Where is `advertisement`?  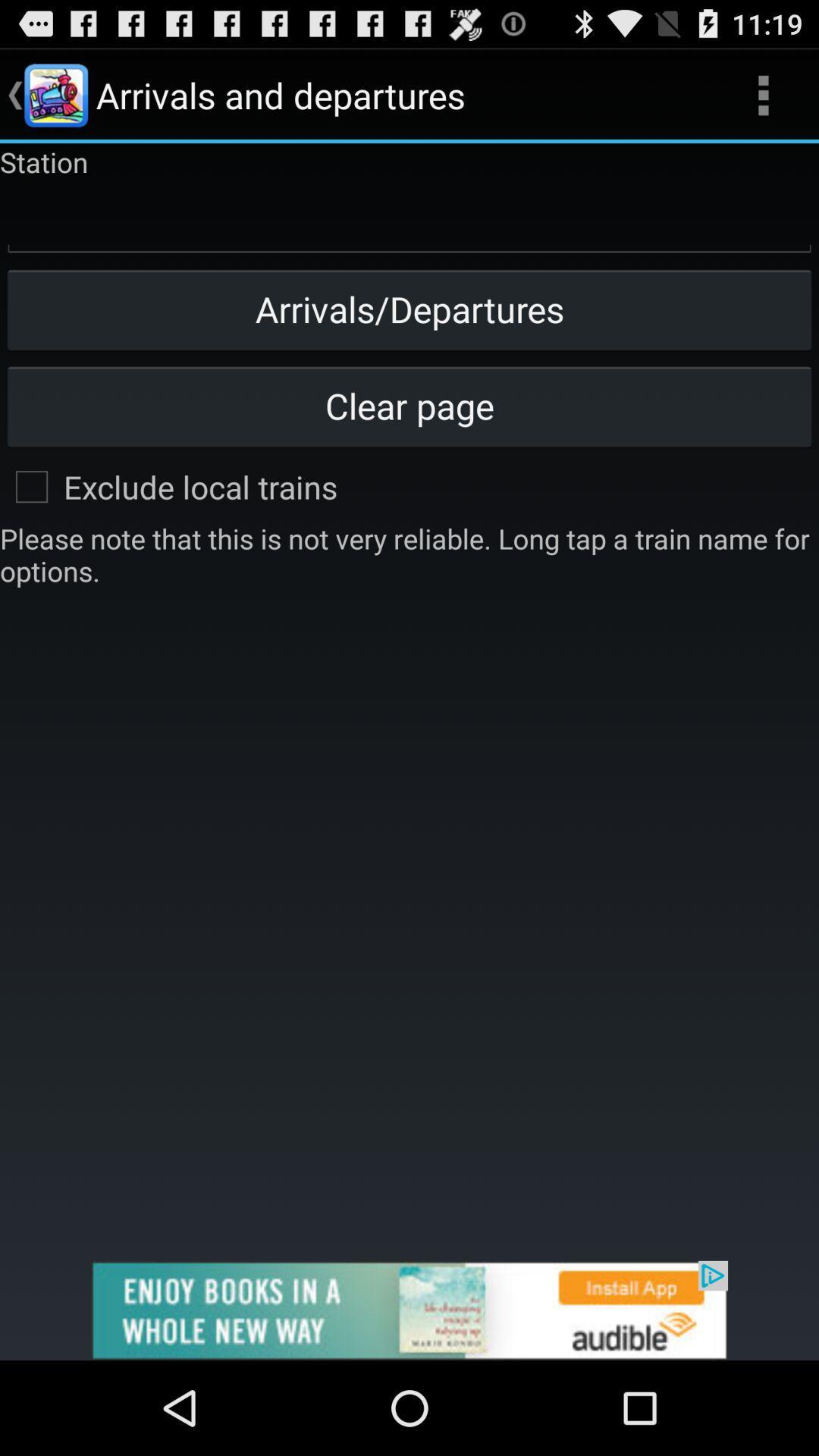
advertisement is located at coordinates (409, 1310).